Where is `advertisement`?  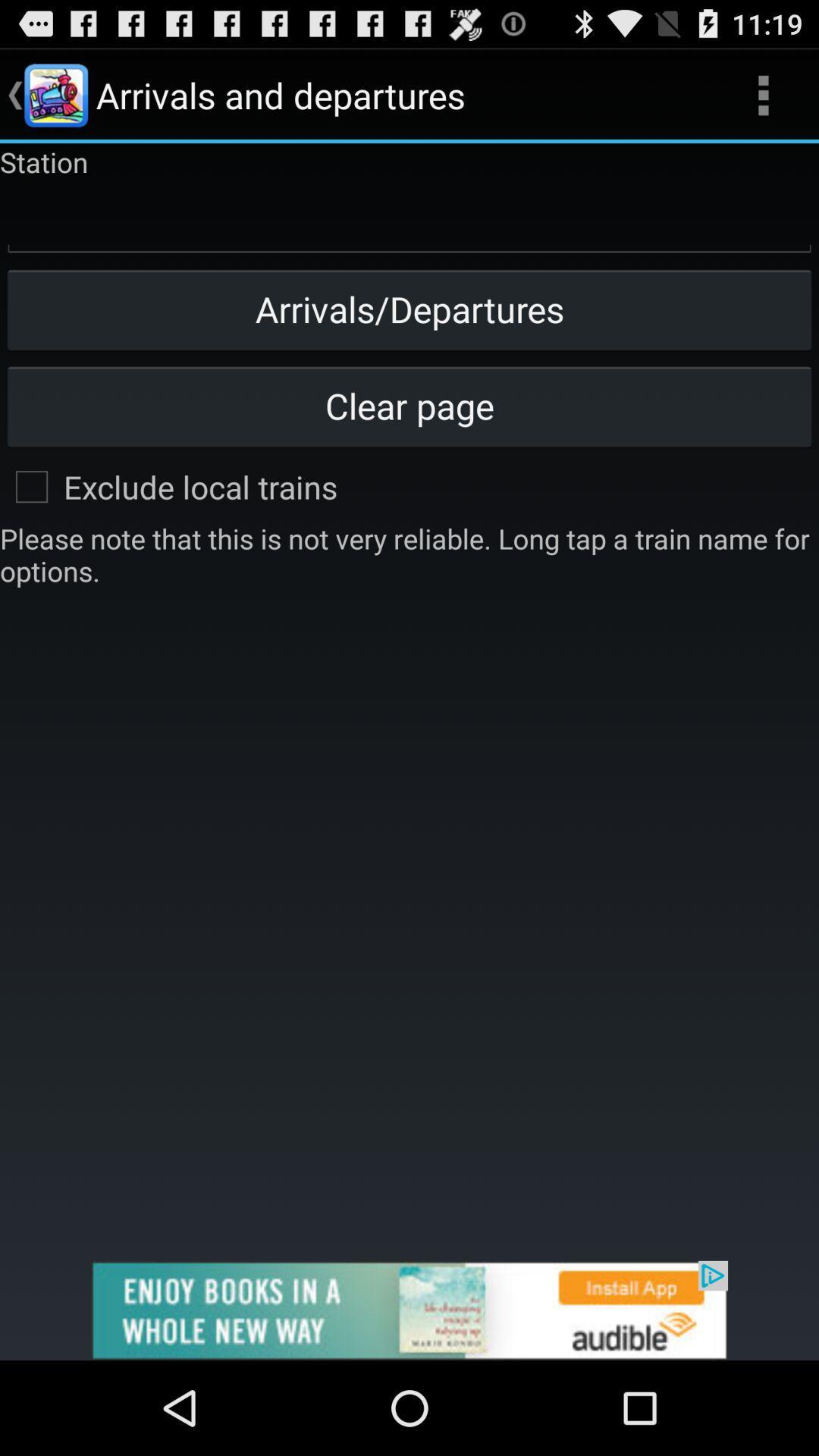
advertisement is located at coordinates (409, 1310).